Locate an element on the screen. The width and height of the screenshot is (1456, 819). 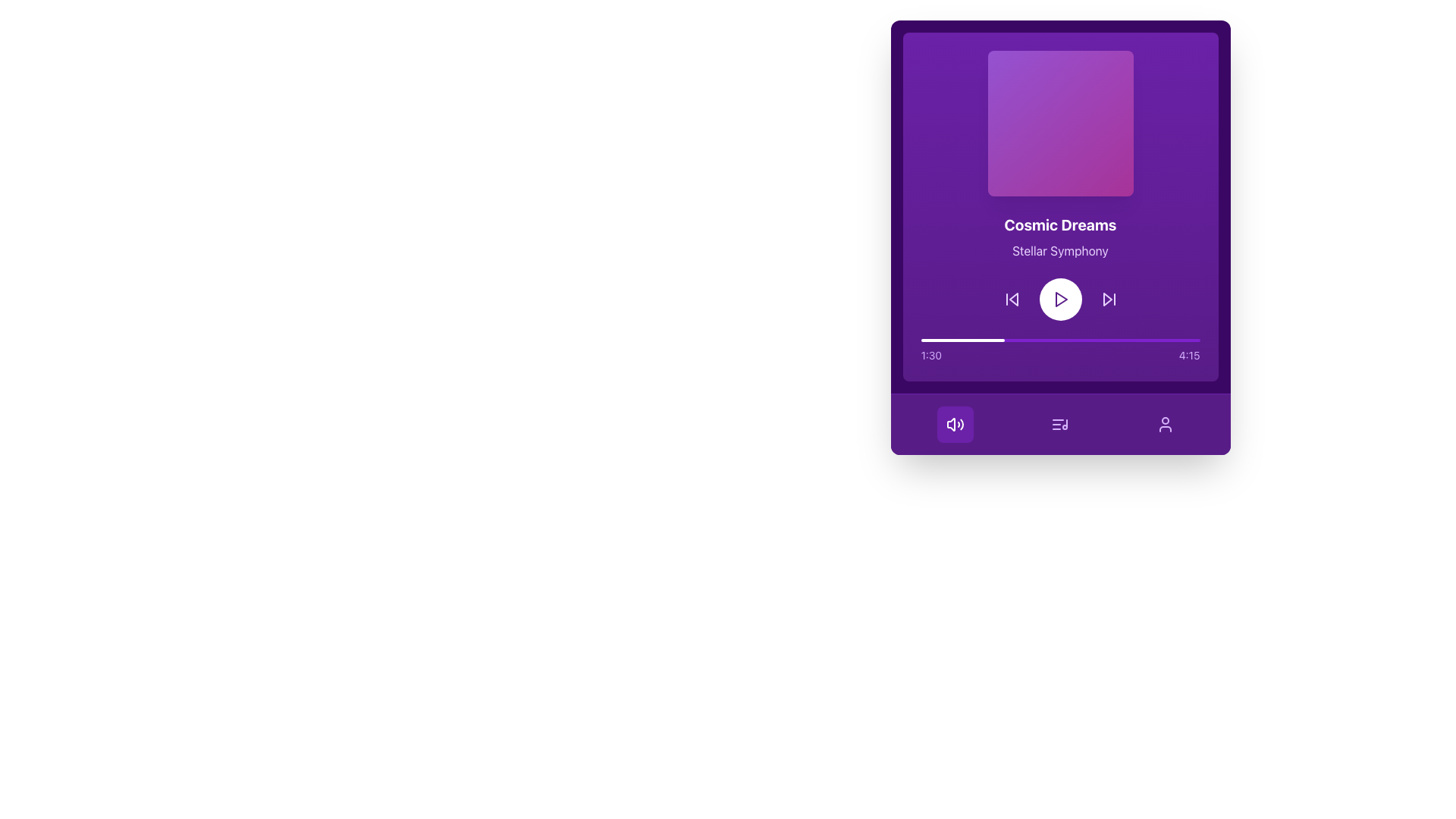
the circular 'Play' button with a white background and purple outline, located centrally below the song title and artist name, to play or pause the media is located at coordinates (1059, 299).